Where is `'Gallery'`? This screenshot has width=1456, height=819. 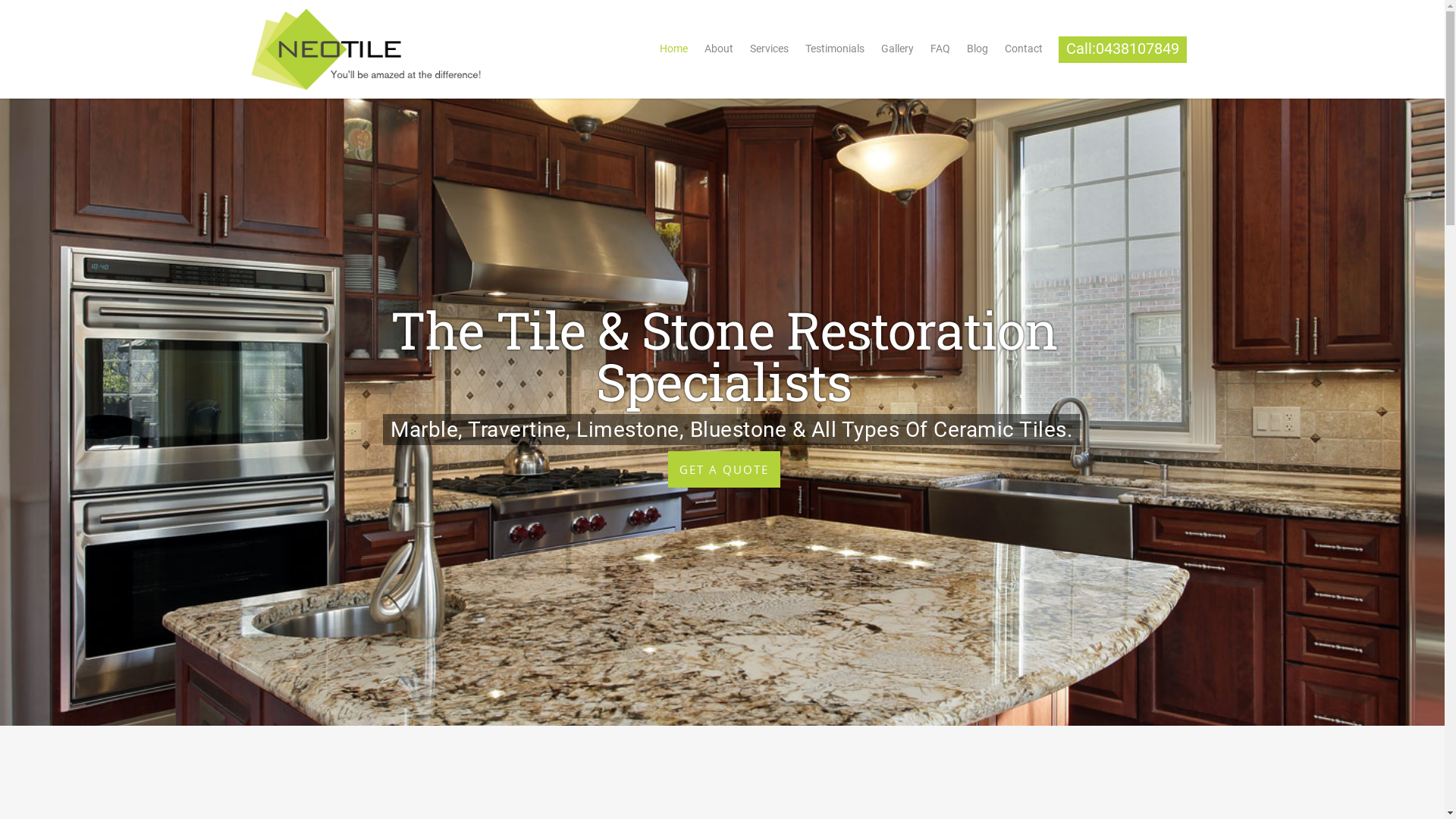
'Gallery' is located at coordinates (897, 52).